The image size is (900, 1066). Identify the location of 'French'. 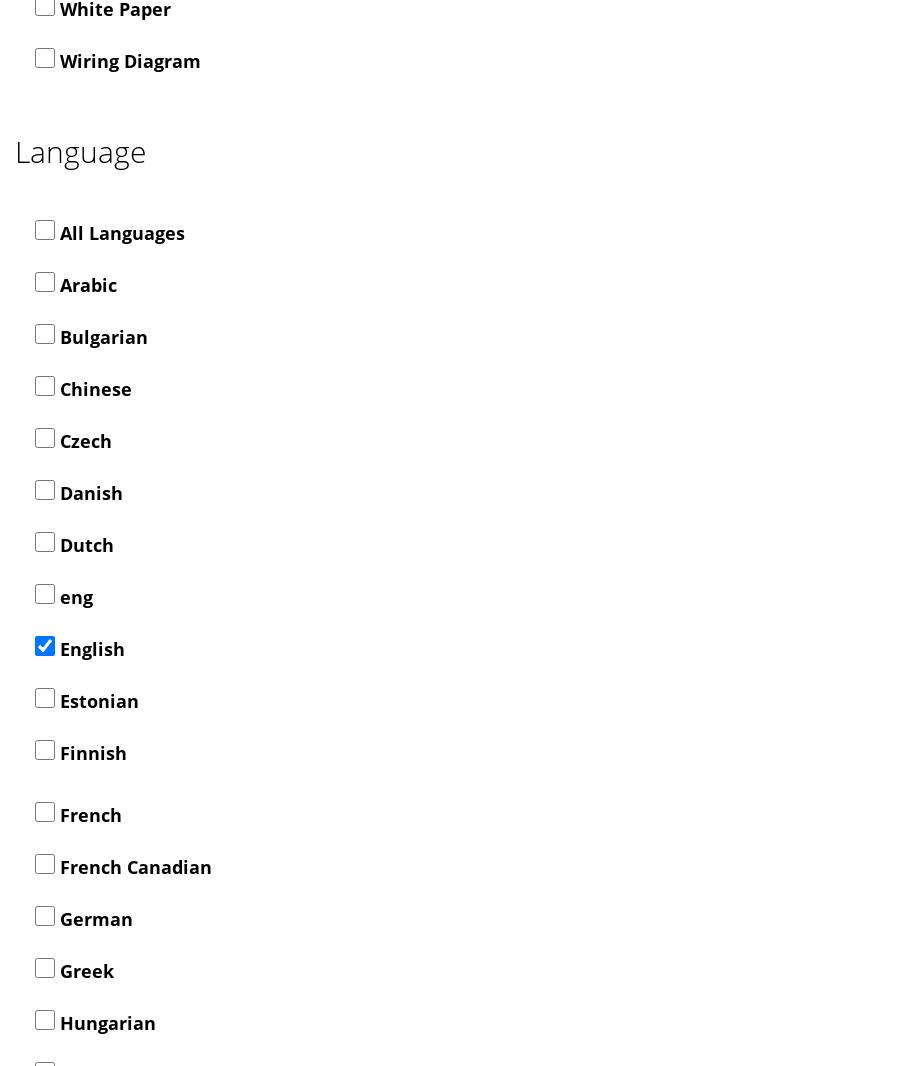
(87, 813).